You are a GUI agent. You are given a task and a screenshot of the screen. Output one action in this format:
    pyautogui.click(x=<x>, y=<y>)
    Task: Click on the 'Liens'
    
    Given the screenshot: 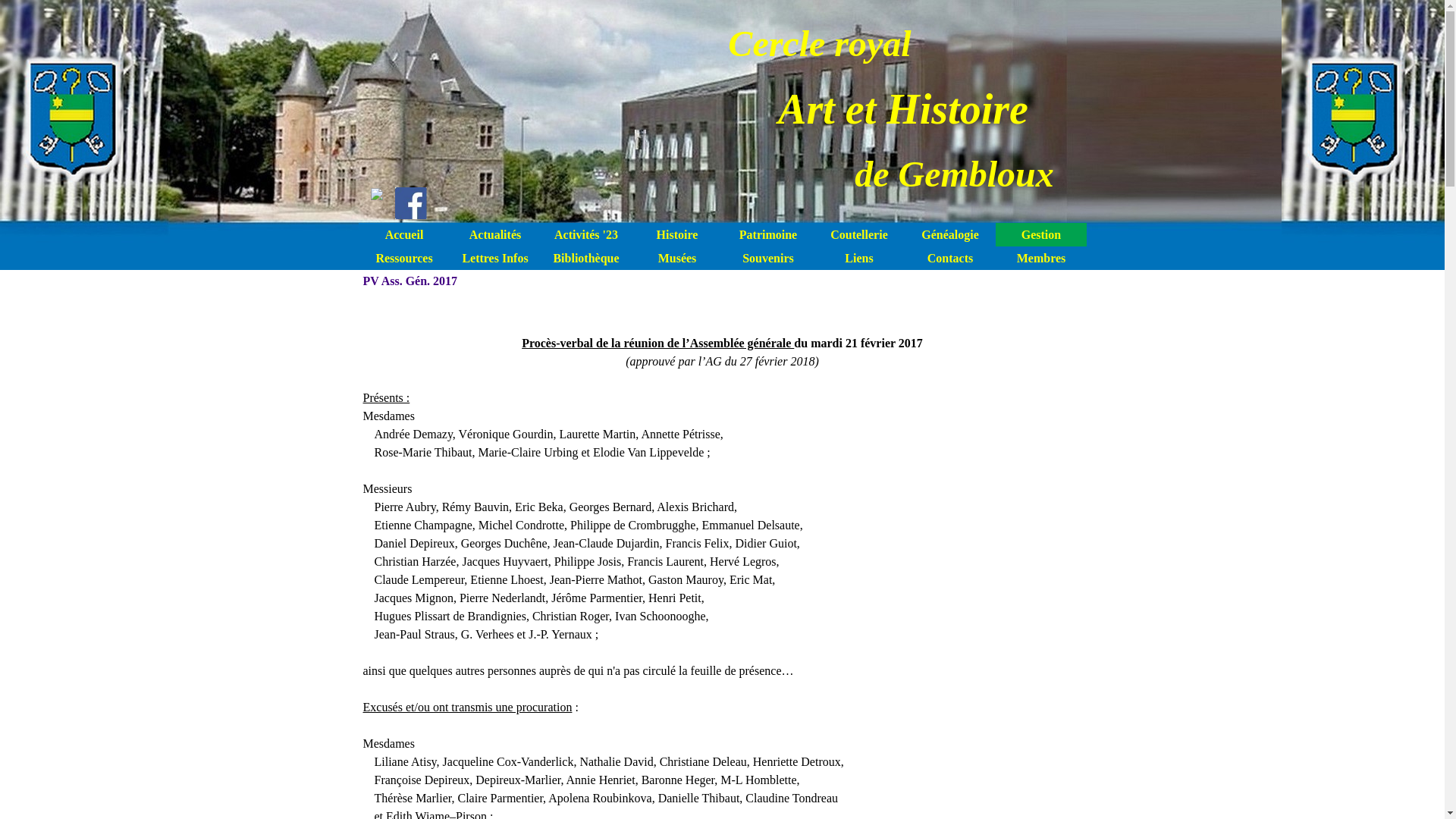 What is the action you would take?
    pyautogui.click(x=858, y=257)
    